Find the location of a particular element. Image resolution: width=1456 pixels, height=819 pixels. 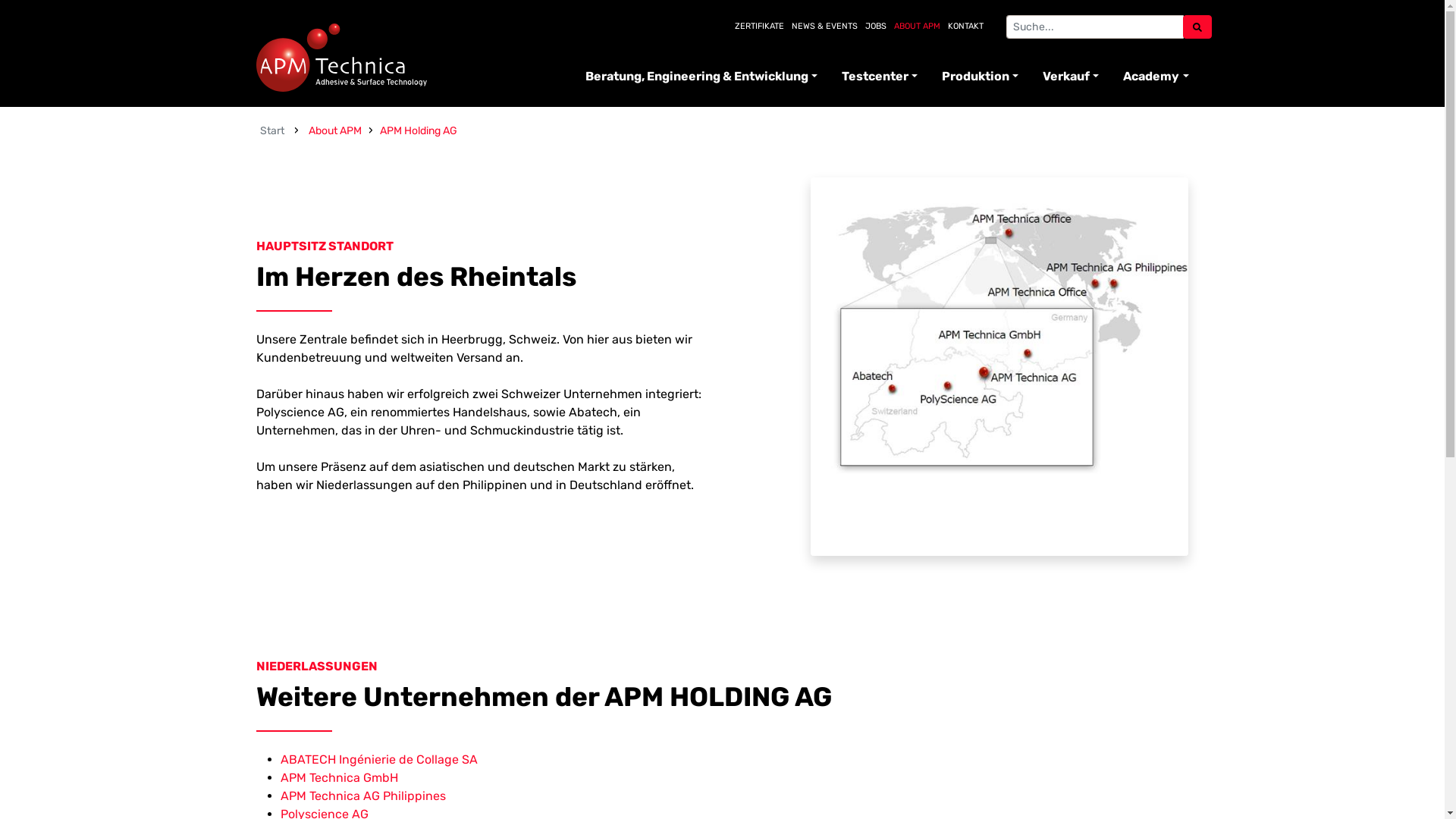

'APM Technica AG Philippines' is located at coordinates (362, 795).